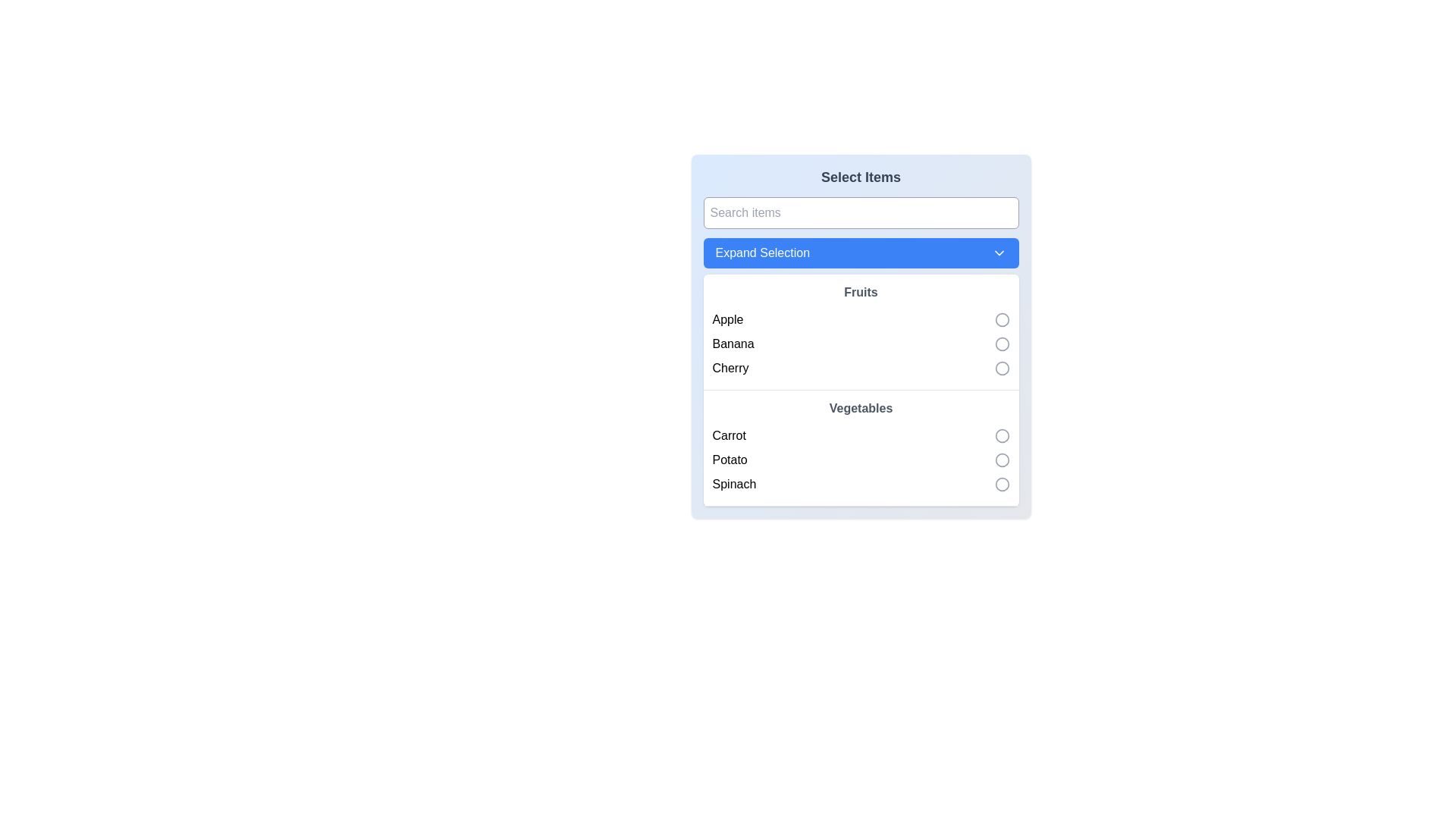  What do you see at coordinates (861, 318) in the screenshot?
I see `the radio button` at bounding box center [861, 318].